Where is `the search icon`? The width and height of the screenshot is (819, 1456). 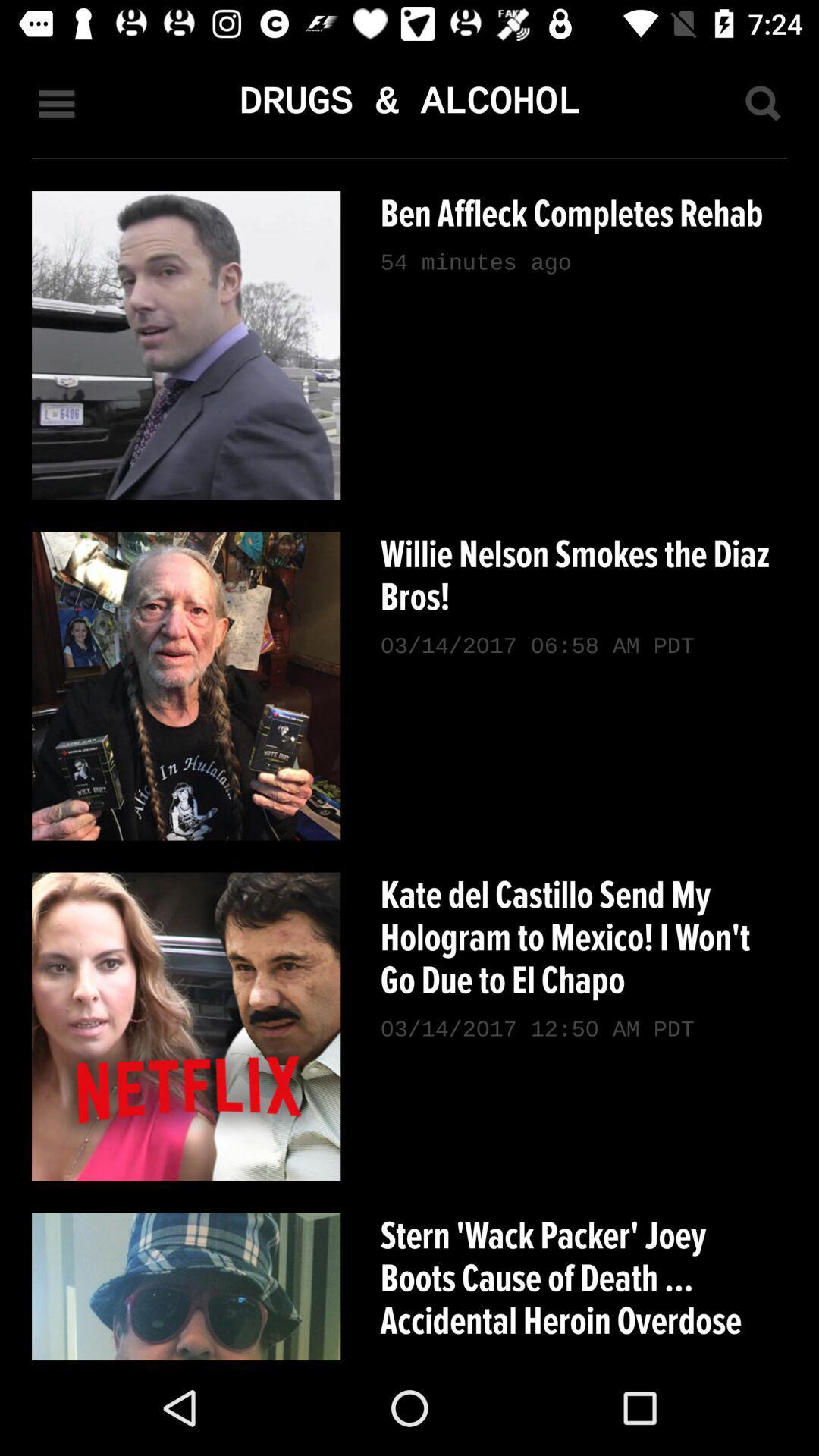
the search icon is located at coordinates (762, 102).